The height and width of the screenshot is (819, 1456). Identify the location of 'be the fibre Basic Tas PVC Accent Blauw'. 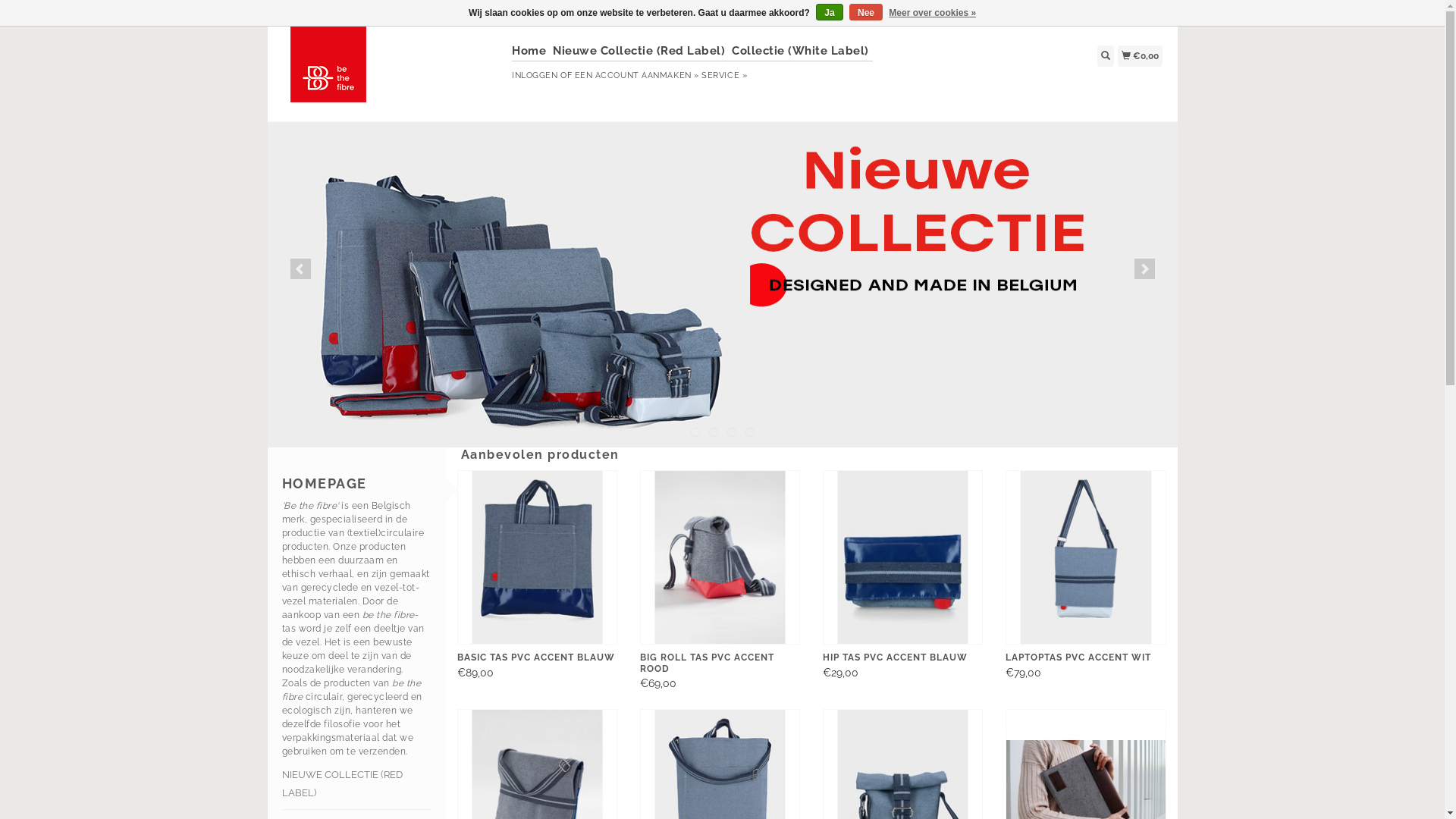
(537, 557).